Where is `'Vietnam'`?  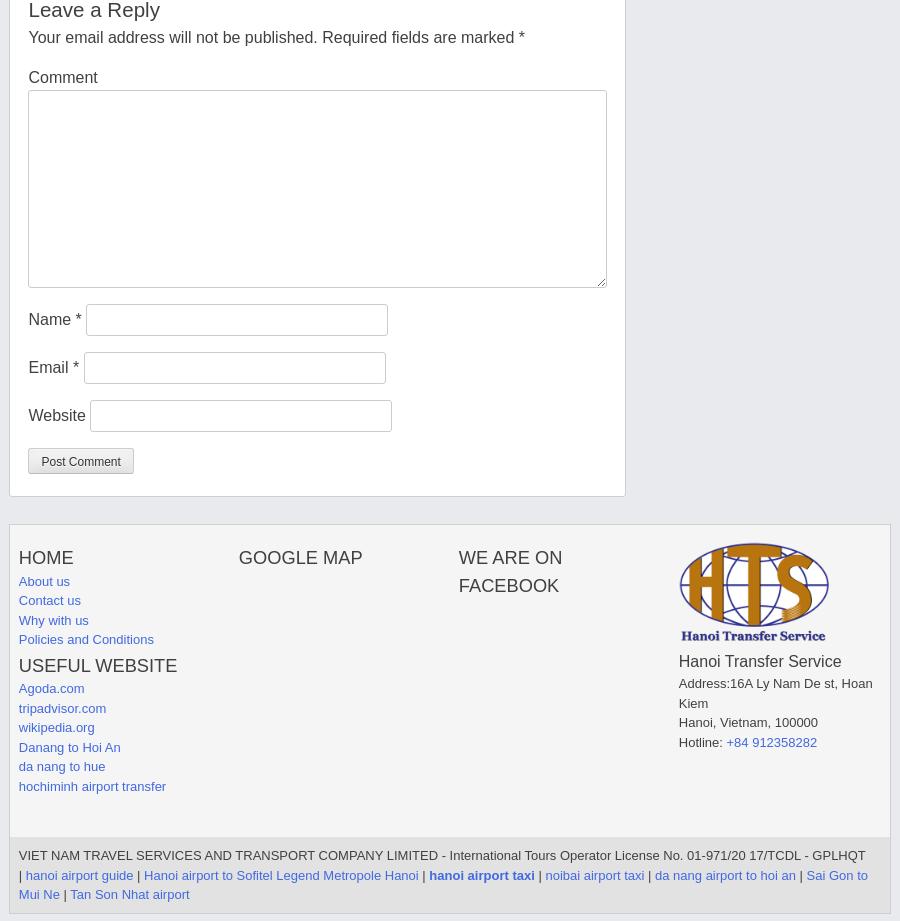 'Vietnam' is located at coordinates (742, 722).